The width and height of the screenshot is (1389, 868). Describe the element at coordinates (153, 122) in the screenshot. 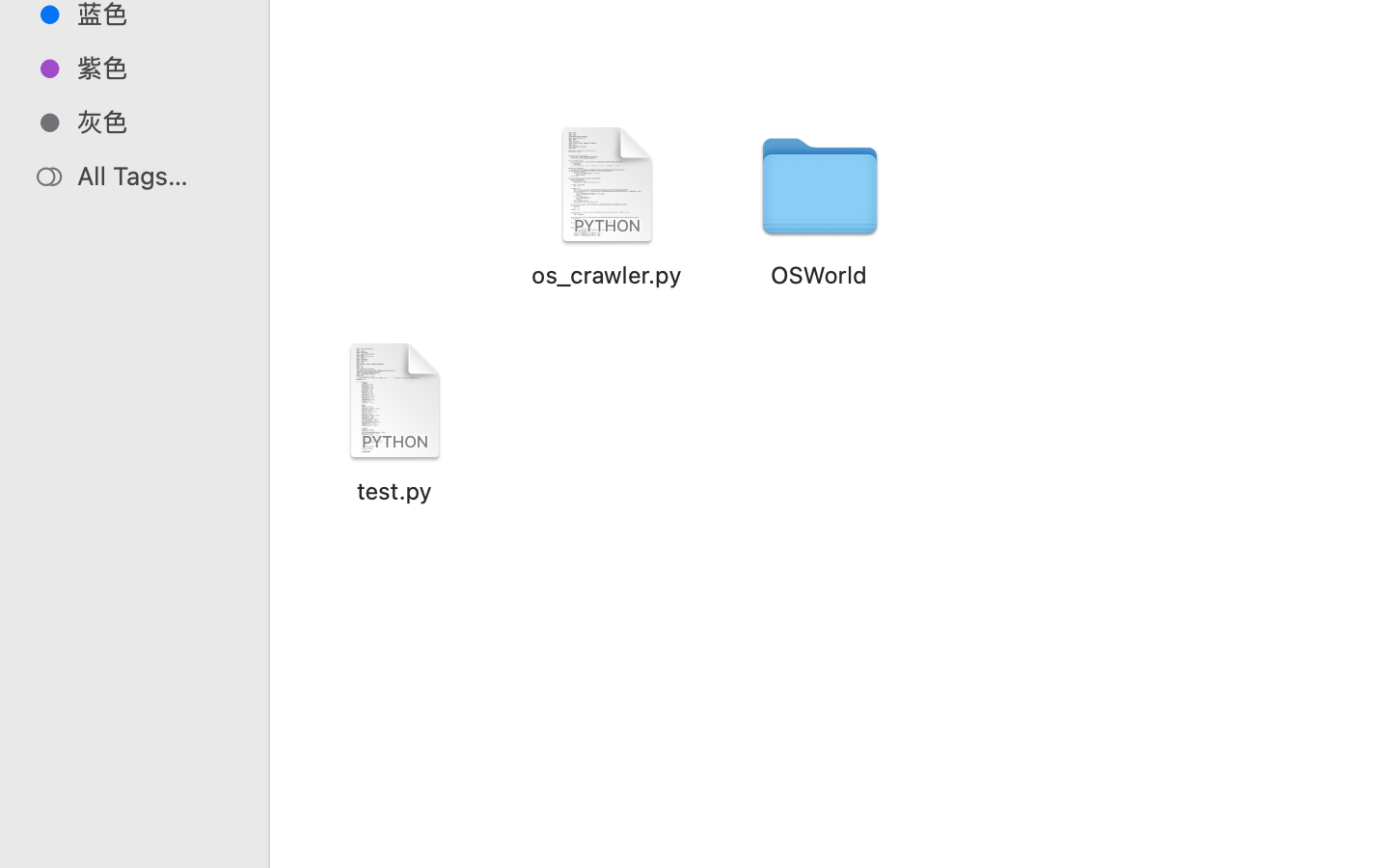

I see `'灰色'` at that location.